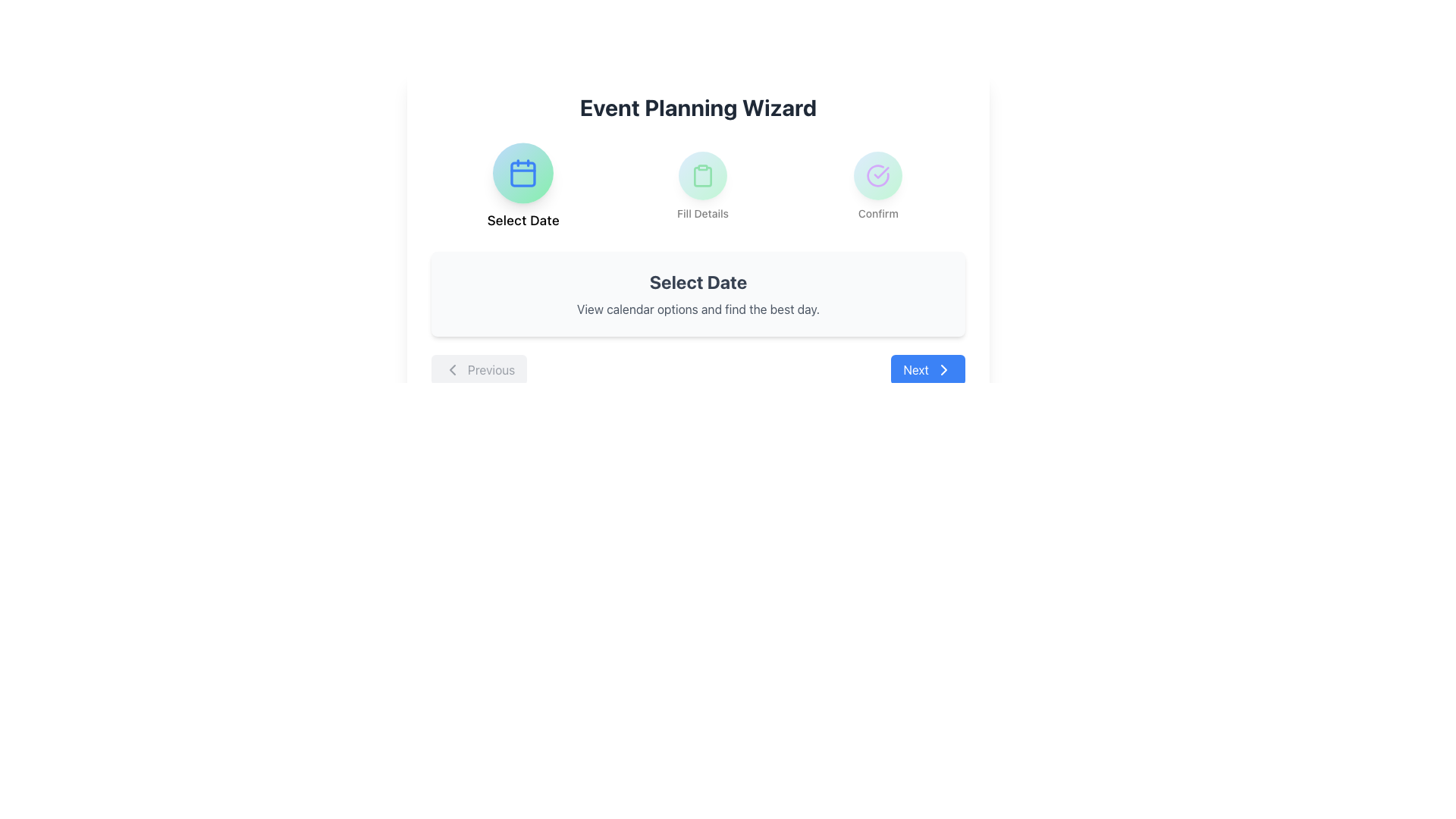 Image resolution: width=1456 pixels, height=819 pixels. Describe the element at coordinates (878, 186) in the screenshot. I see `the circular 'Confirm' button with a gradient background from light blue` at that location.